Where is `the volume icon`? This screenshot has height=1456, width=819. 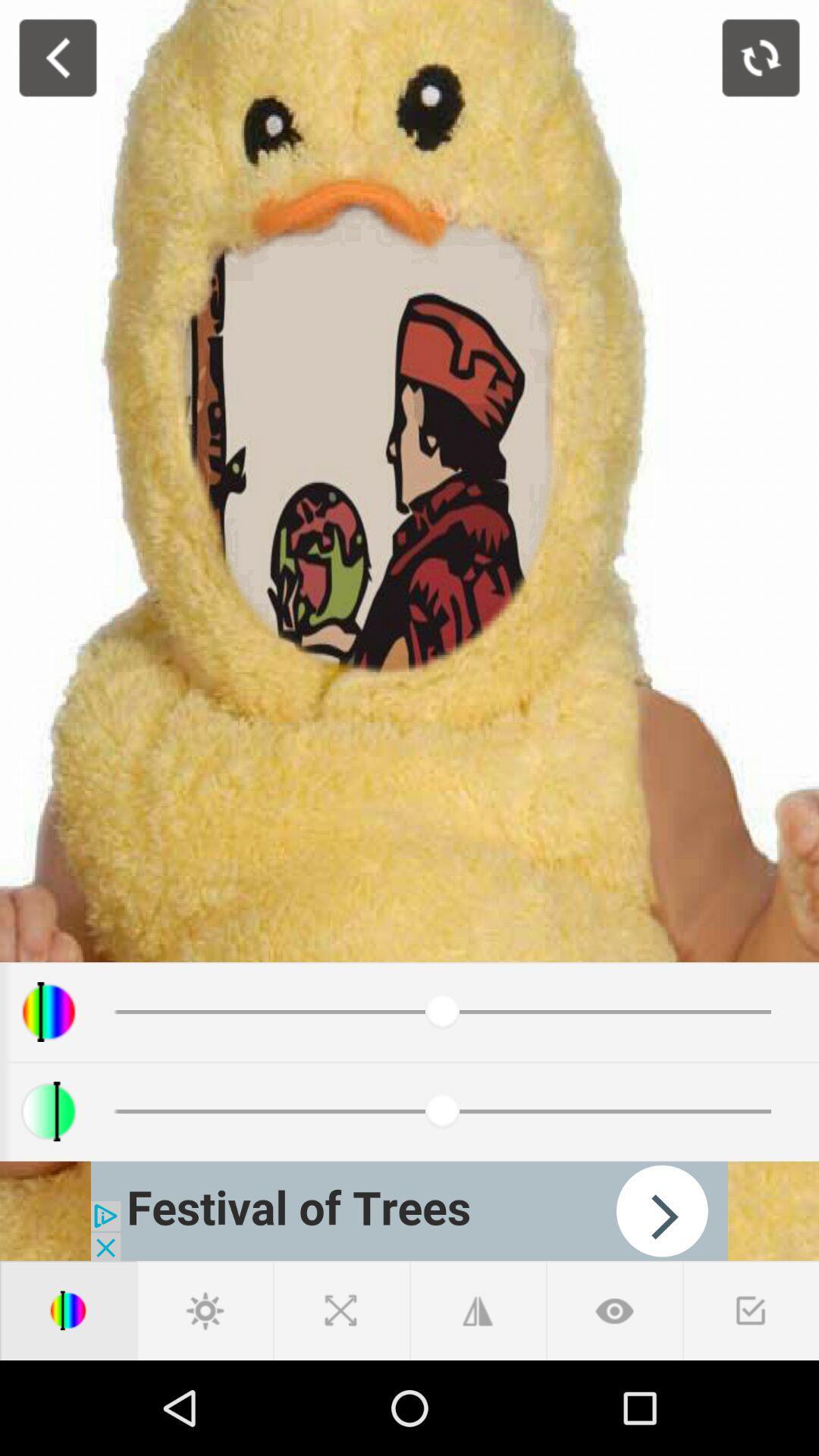 the volume icon is located at coordinates (67, 1310).